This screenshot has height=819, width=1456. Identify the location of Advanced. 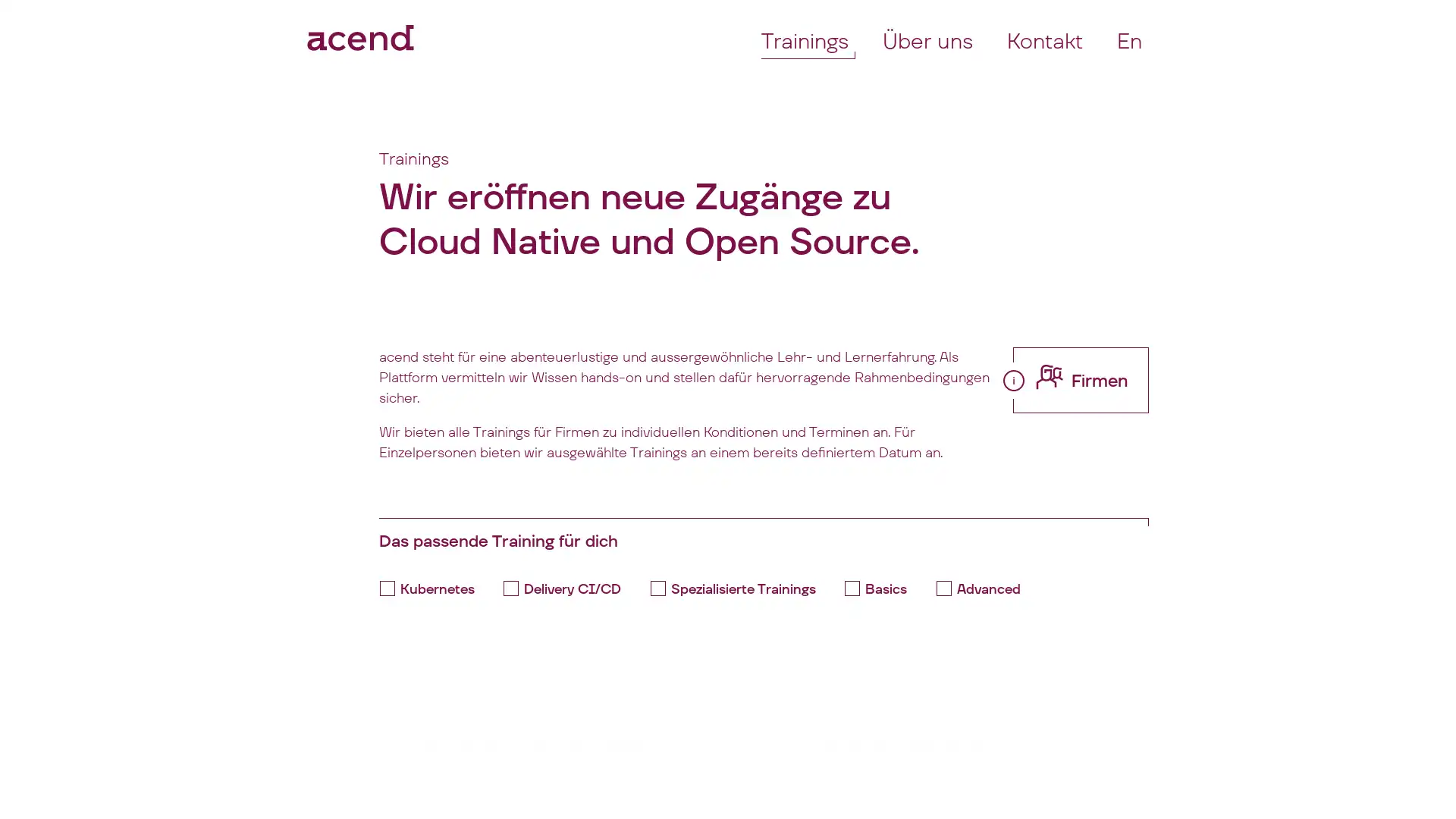
(983, 588).